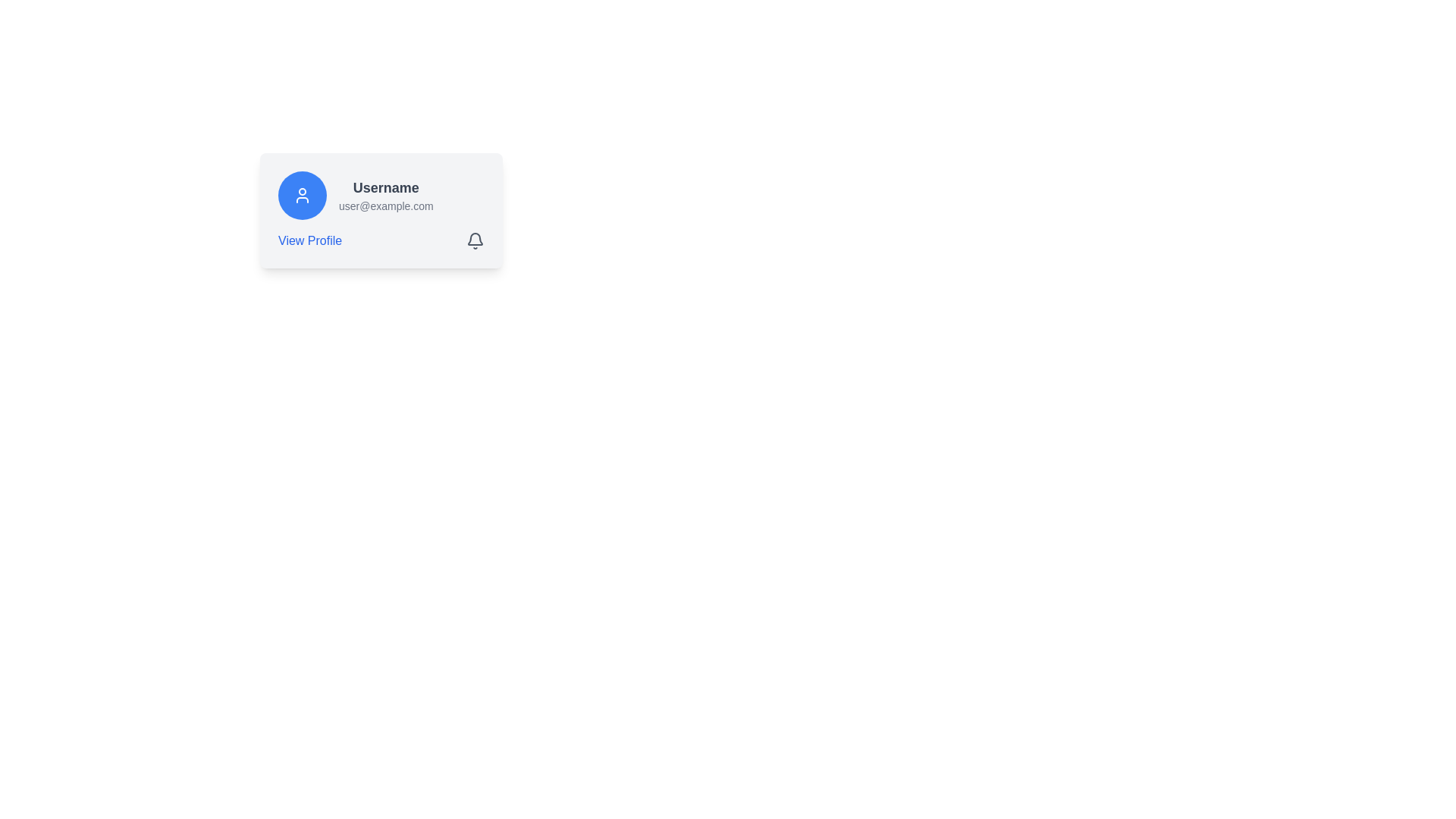 The width and height of the screenshot is (1456, 819). What do you see at coordinates (381, 195) in the screenshot?
I see `the profile summary component that displays the user's name and email address` at bounding box center [381, 195].